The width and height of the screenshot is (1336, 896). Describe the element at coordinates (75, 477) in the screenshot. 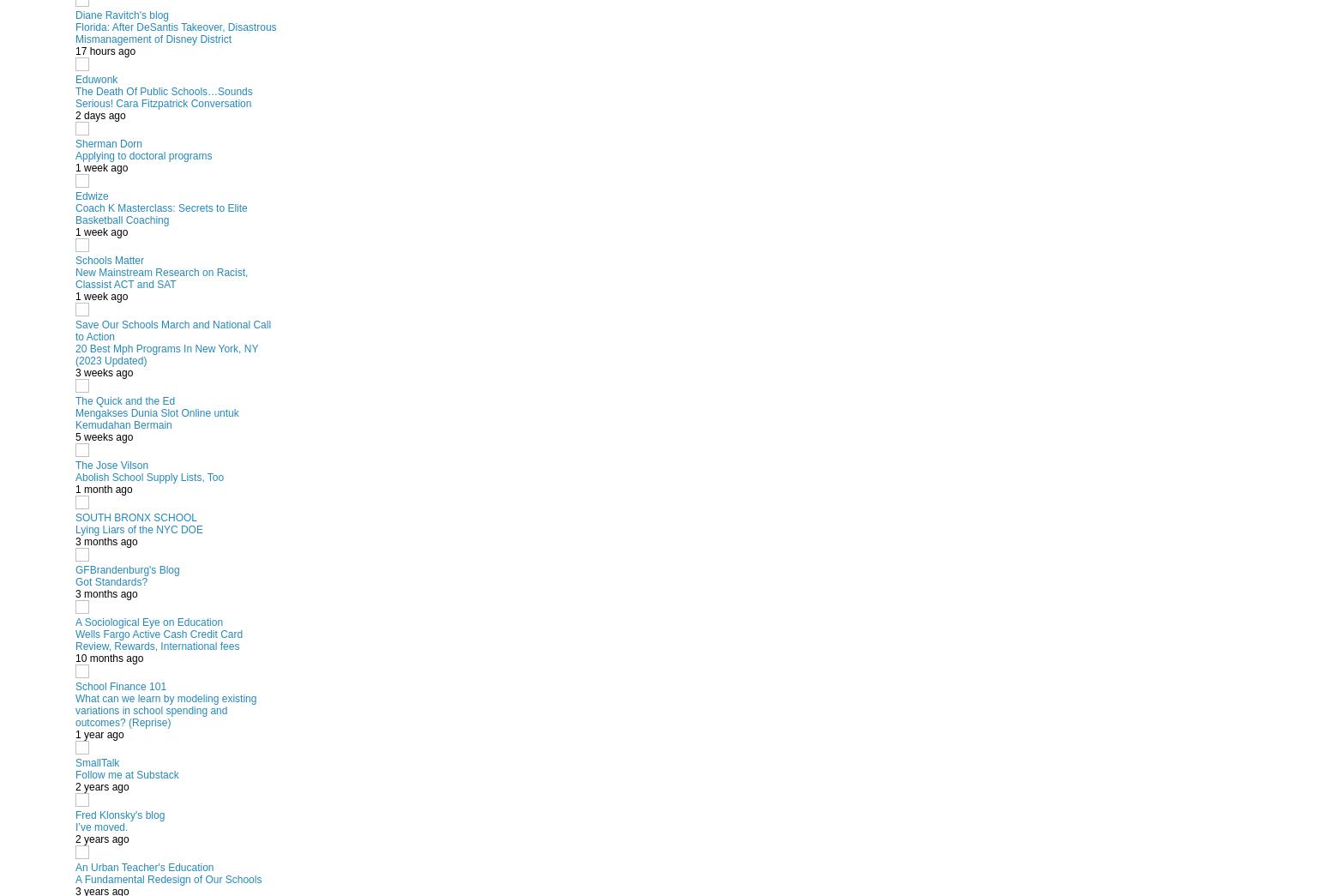

I see `'Abolish School Supply Lists, Too'` at that location.